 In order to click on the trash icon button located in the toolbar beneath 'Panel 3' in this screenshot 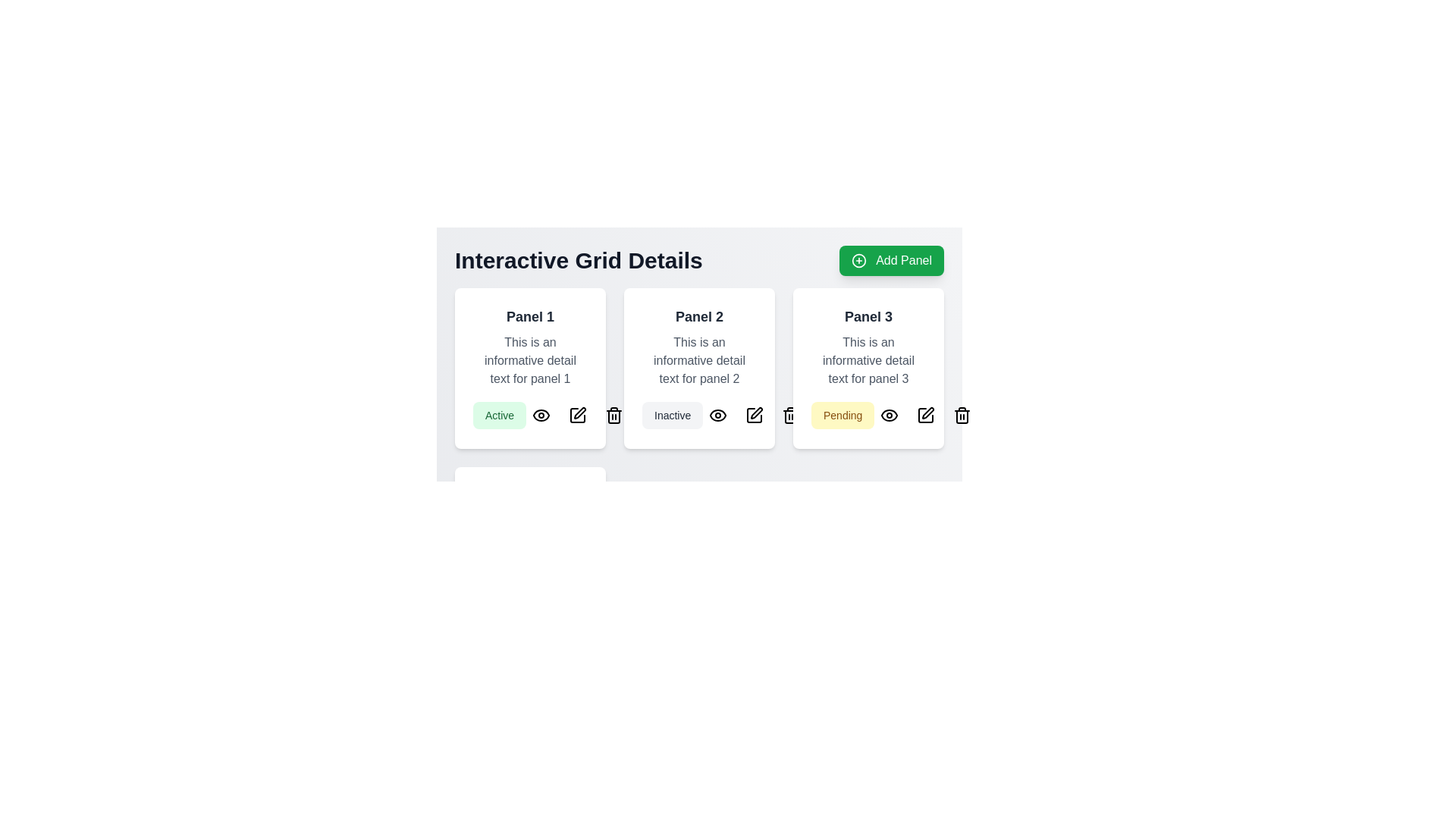, I will do `click(790, 415)`.